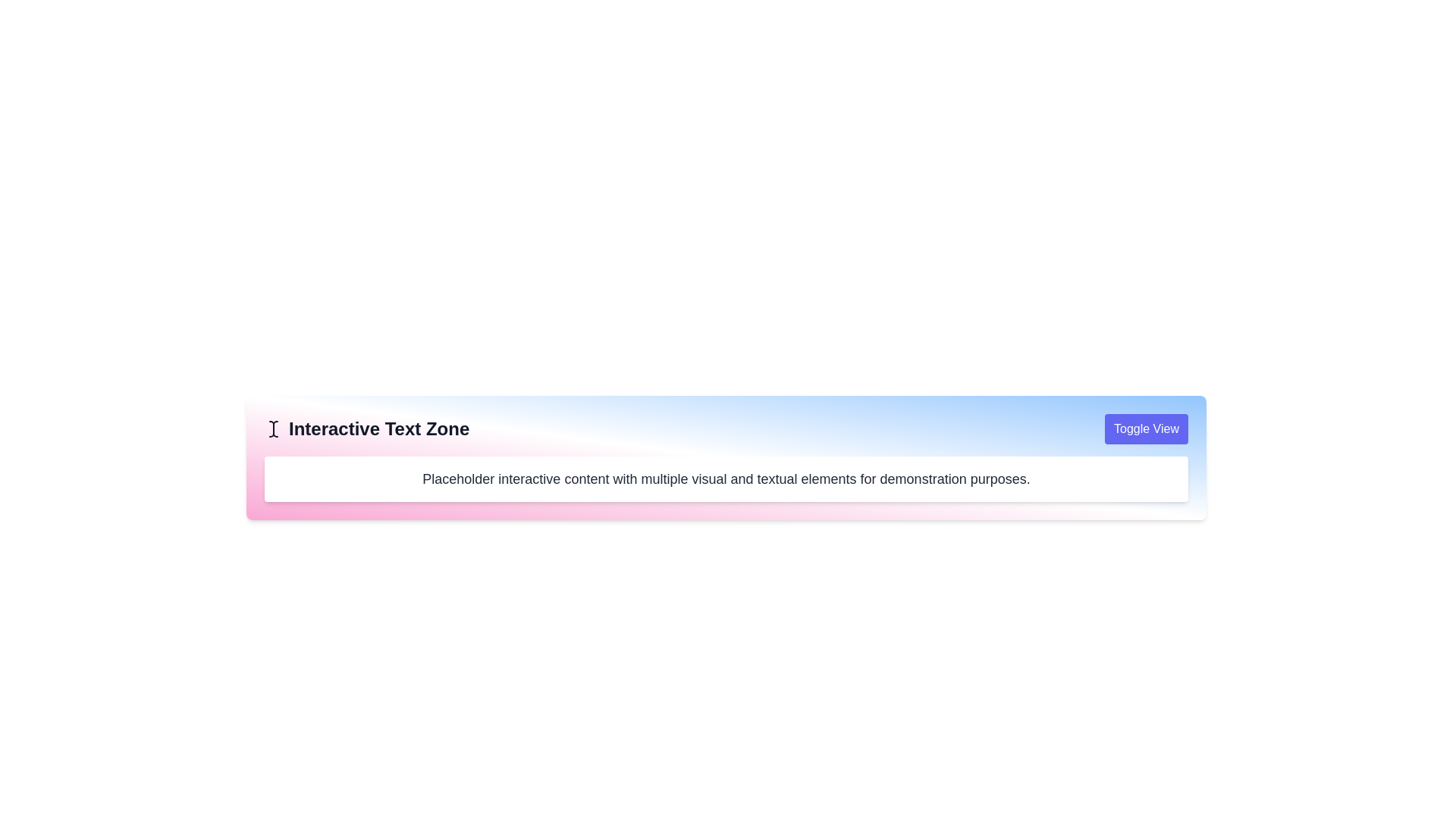 The image size is (1456, 819). Describe the element at coordinates (273, 429) in the screenshot. I see `the SVG icon representing a text cursor, which is located to the left of the 'Interactive Text Zone' text` at that location.